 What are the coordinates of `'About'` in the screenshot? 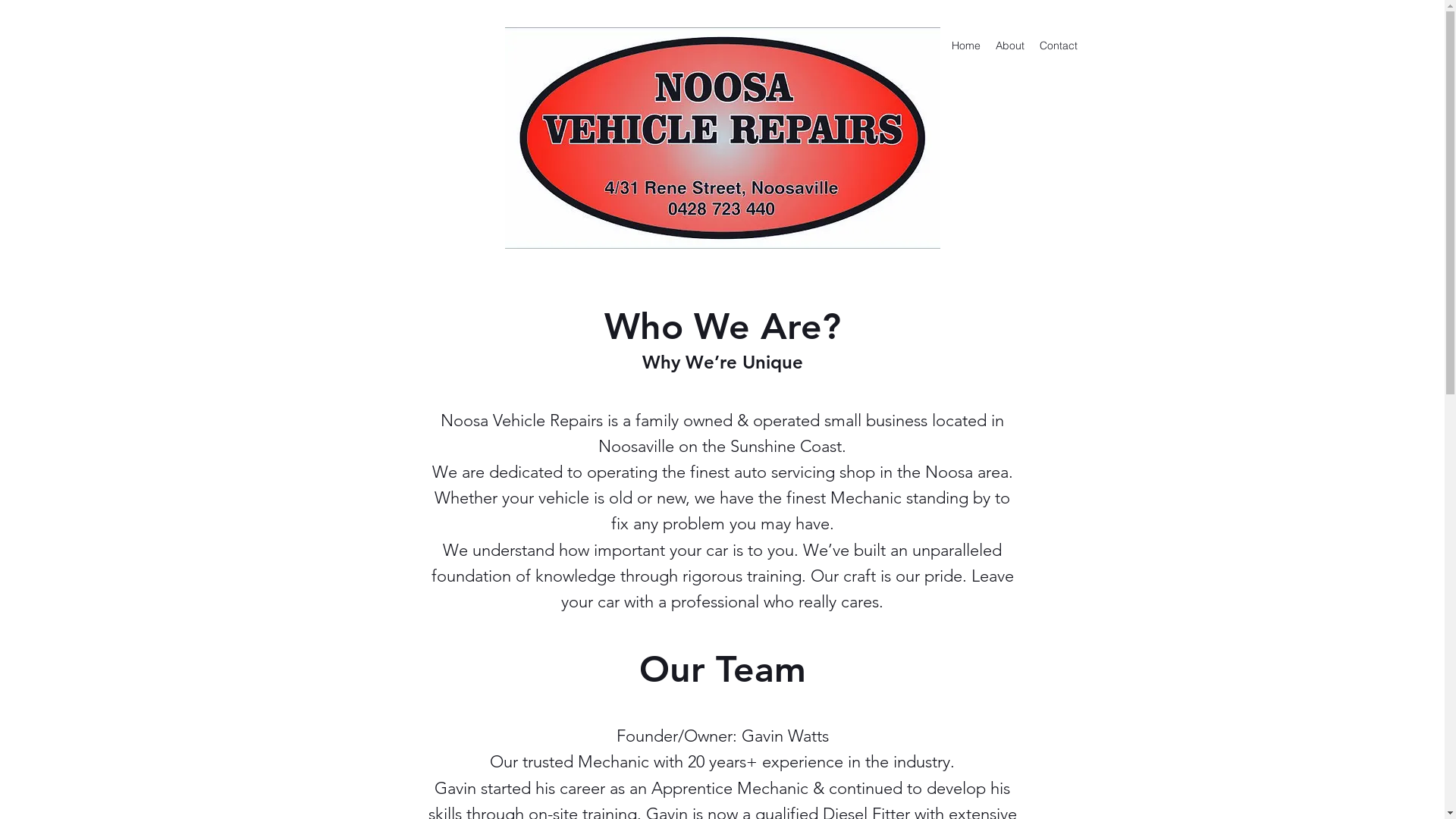 It's located at (1009, 45).